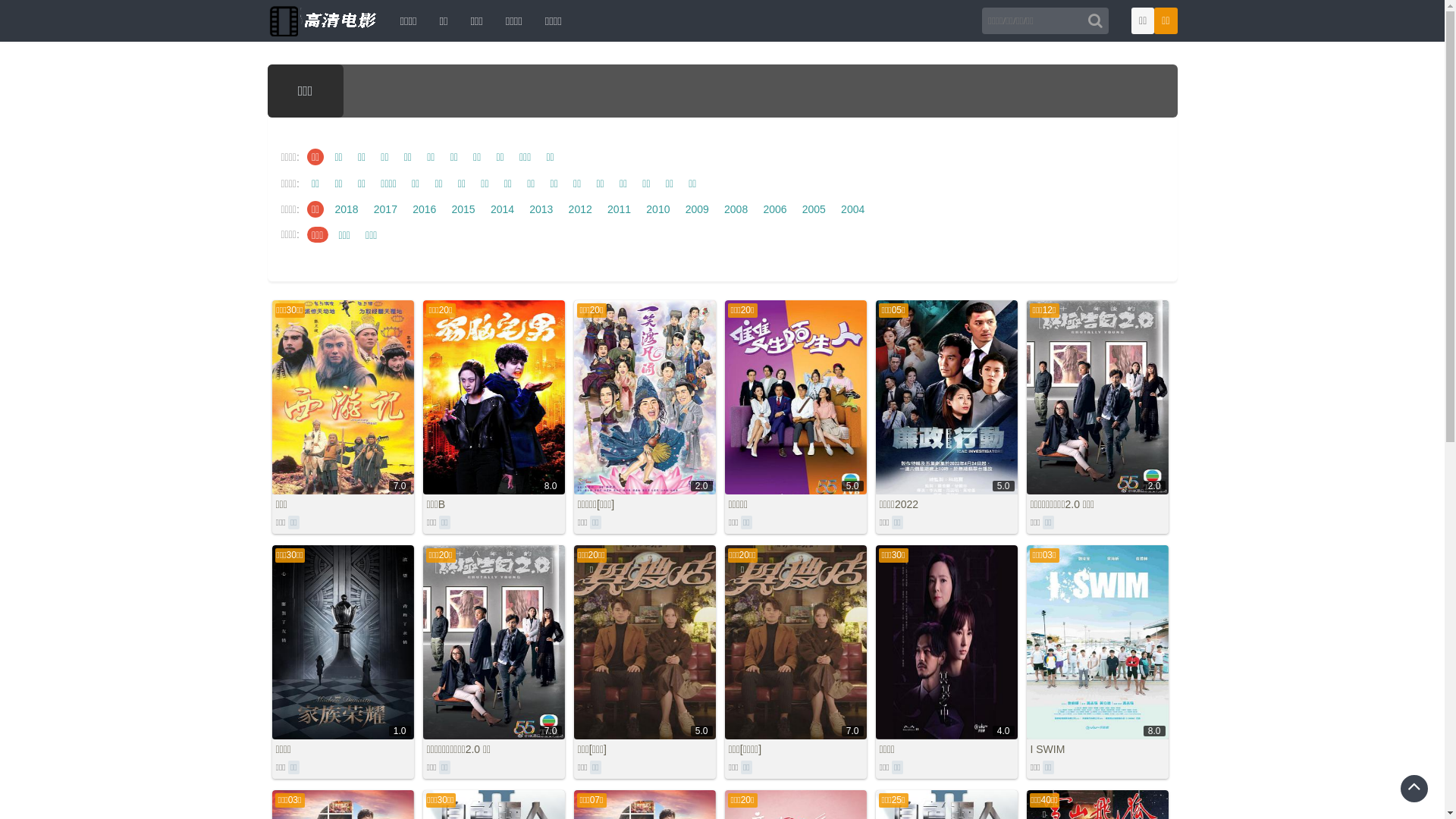  I want to click on '2005', so click(796, 209).